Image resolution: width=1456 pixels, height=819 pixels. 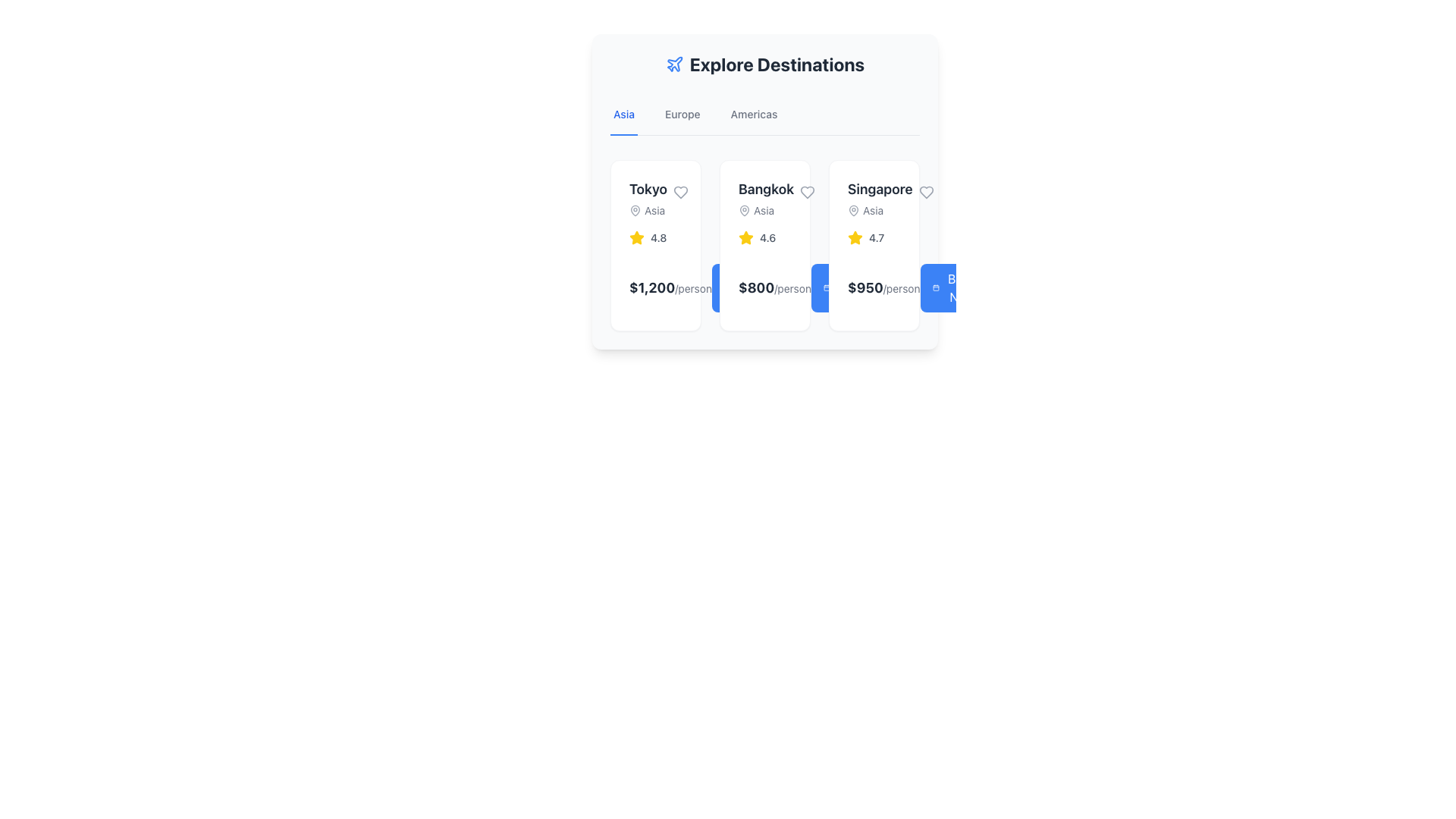 I want to click on the monetary informational label displaying '$950/person' in the Singapore card, which is located below the rating section and prominently positioned in the third column, so click(x=874, y=288).